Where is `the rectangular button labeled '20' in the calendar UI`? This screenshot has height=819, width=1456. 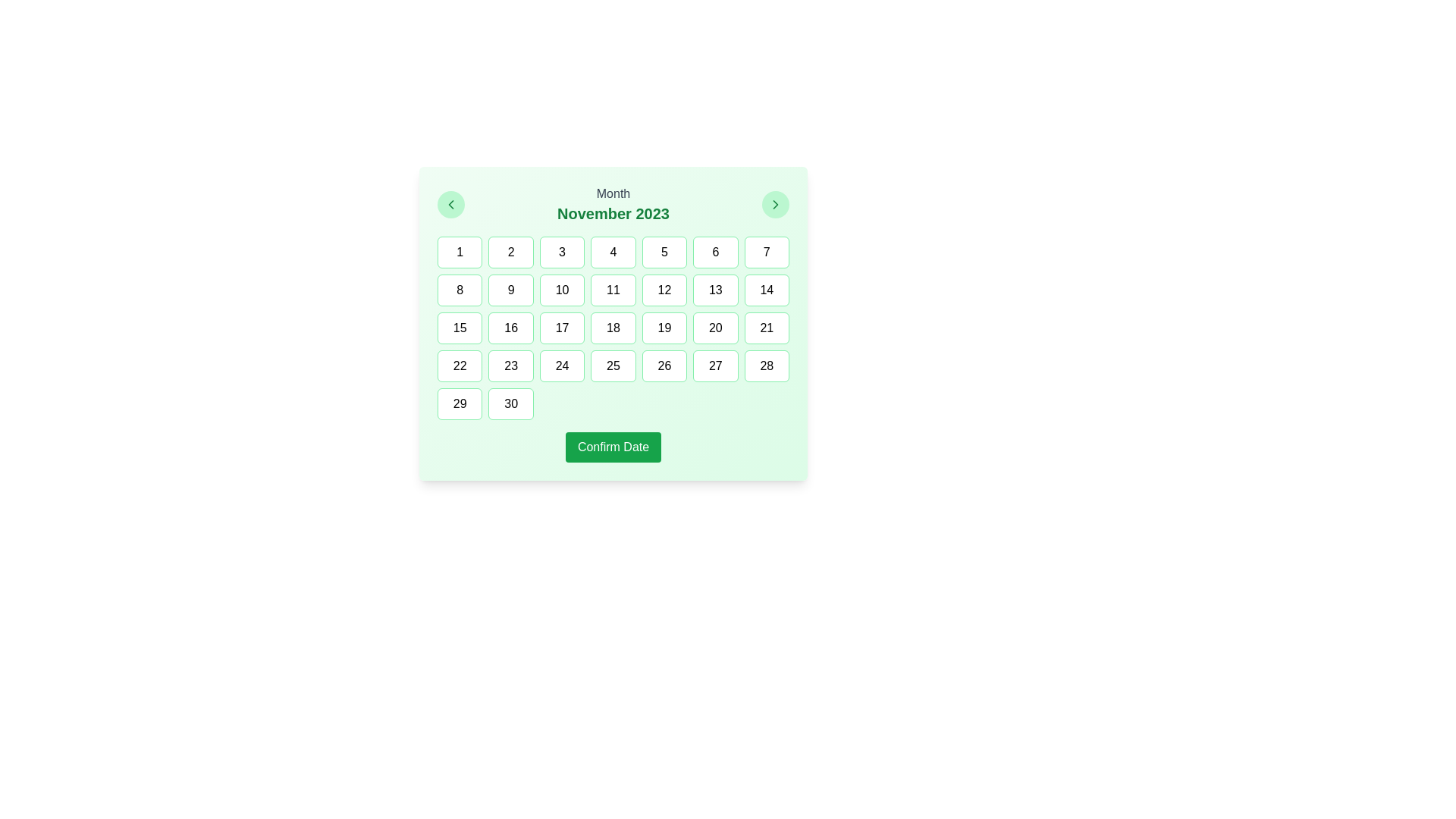
the rectangular button labeled '20' in the calendar UI is located at coordinates (714, 327).